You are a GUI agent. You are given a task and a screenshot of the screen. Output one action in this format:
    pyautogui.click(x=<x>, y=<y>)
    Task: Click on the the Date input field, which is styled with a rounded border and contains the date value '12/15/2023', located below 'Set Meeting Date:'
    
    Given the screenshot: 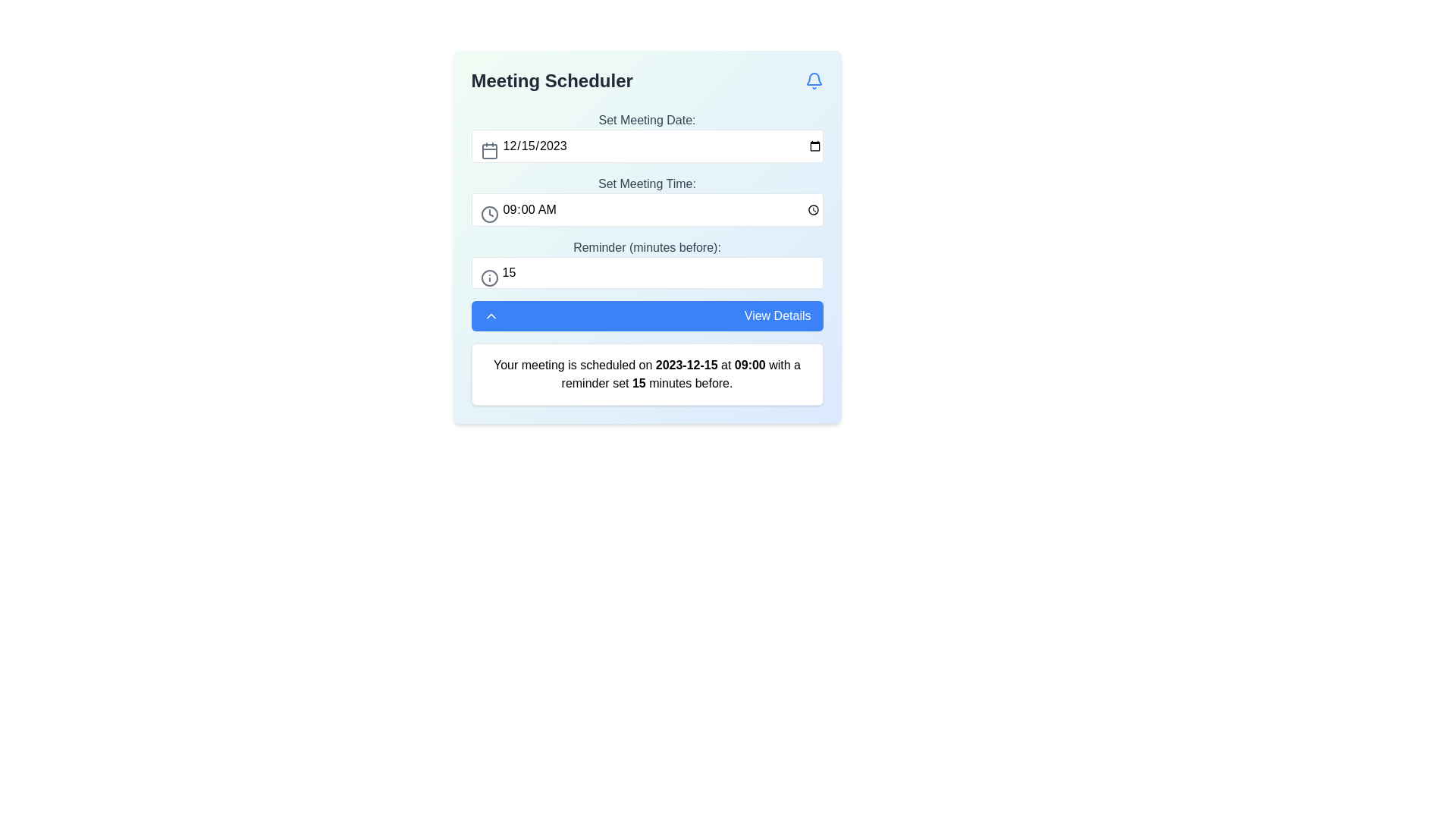 What is the action you would take?
    pyautogui.click(x=647, y=146)
    